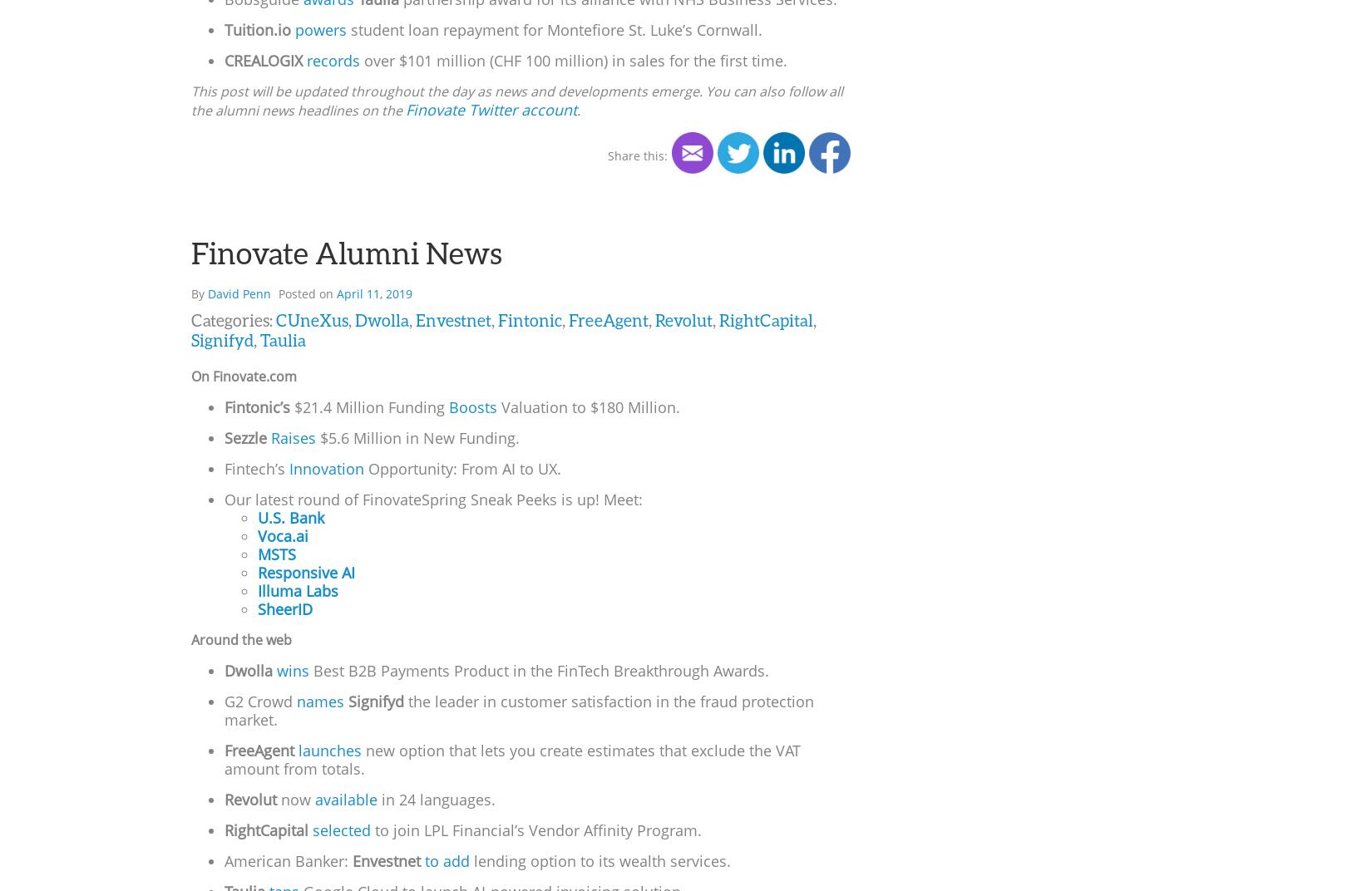  I want to click on 'to add', so click(447, 860).